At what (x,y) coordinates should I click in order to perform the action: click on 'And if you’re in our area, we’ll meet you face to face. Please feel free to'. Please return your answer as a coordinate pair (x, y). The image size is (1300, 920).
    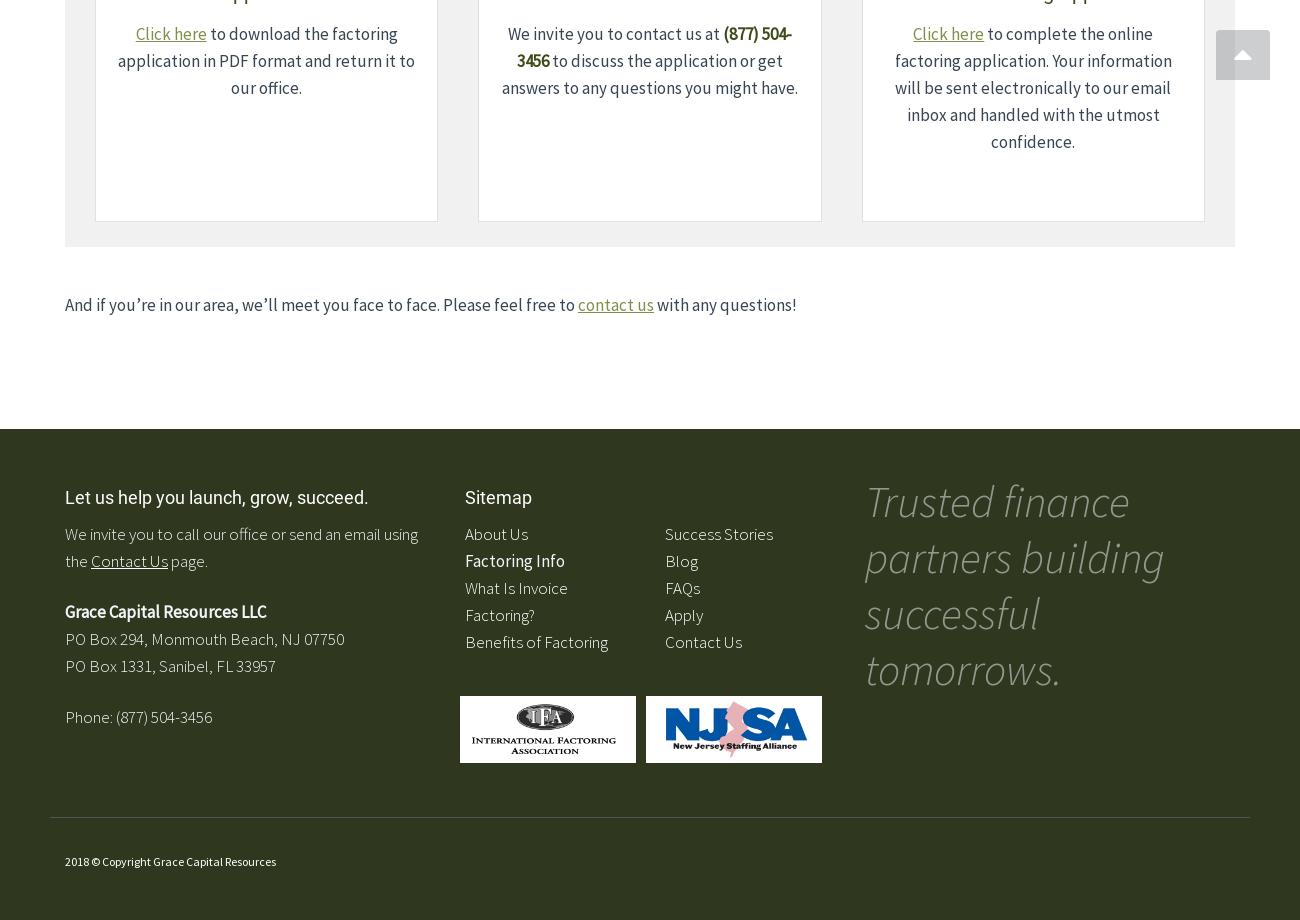
    Looking at the image, I should click on (321, 304).